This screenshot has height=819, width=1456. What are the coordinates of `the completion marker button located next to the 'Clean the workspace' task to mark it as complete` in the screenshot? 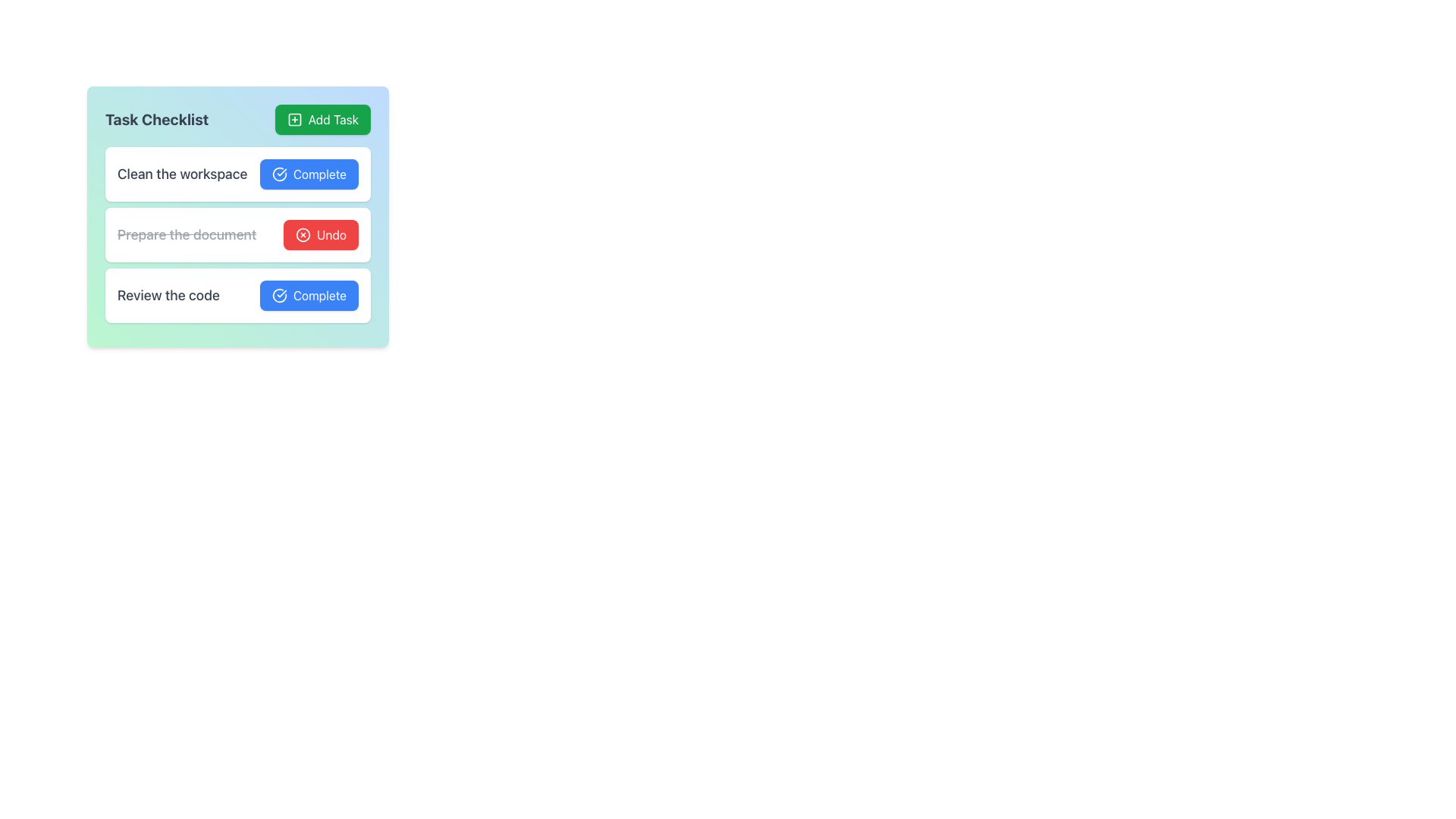 It's located at (309, 174).